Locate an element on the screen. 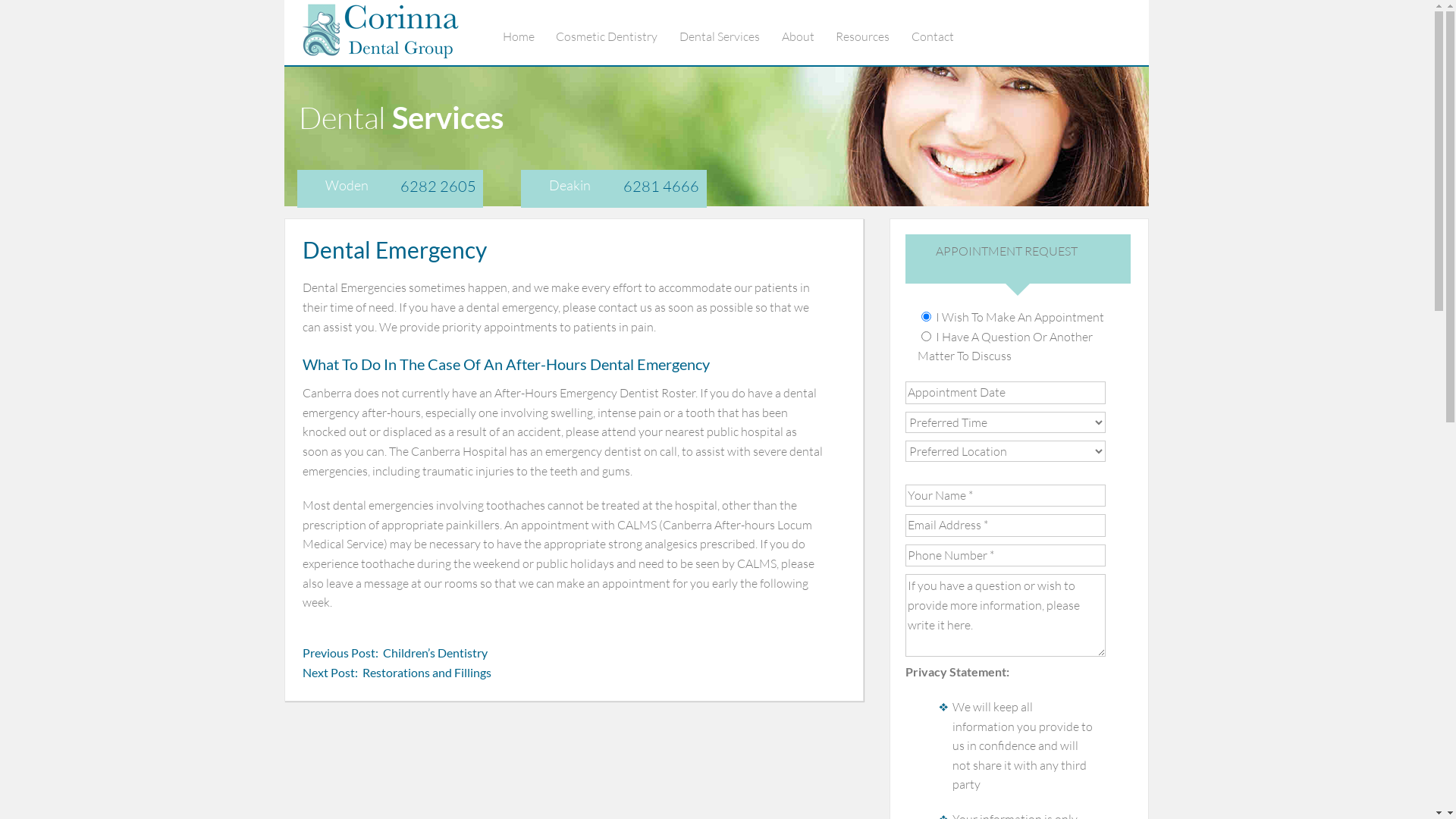 This screenshot has width=1456, height=819. 'Home' is located at coordinates (528, 35).